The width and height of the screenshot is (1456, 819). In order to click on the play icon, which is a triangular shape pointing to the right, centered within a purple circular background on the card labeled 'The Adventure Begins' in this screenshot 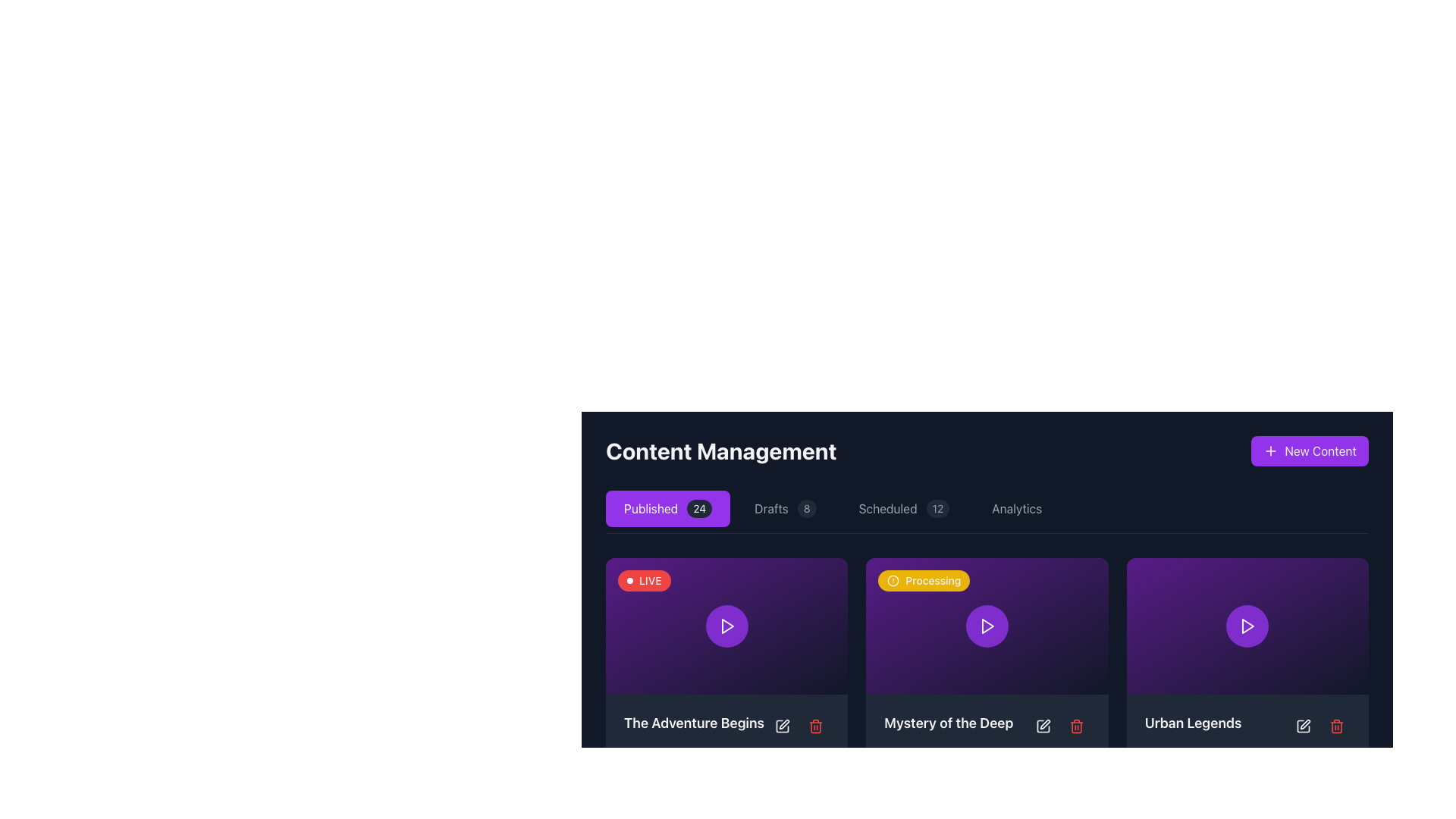, I will do `click(726, 626)`.